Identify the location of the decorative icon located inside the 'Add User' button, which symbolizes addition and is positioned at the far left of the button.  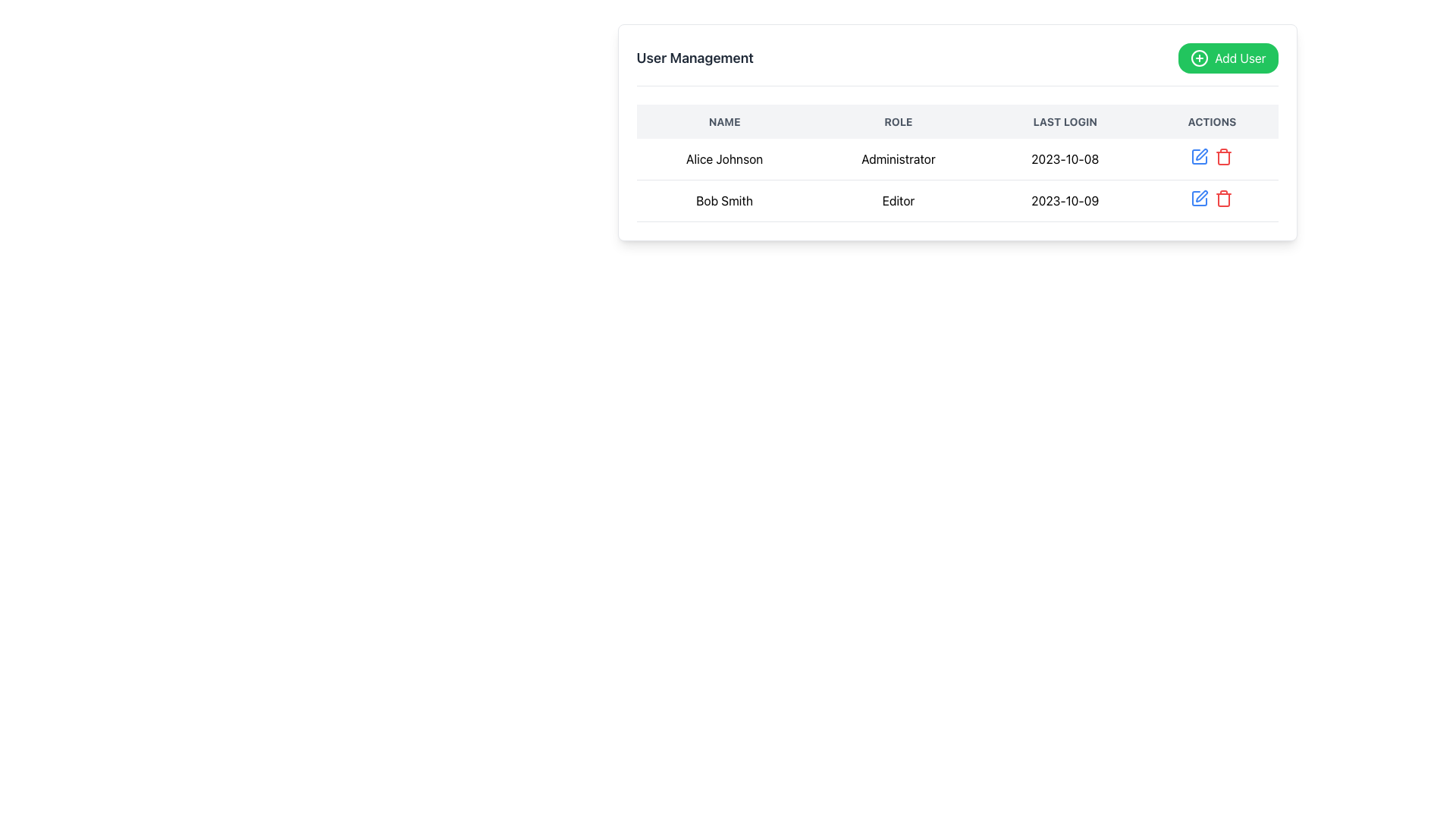
(1199, 58).